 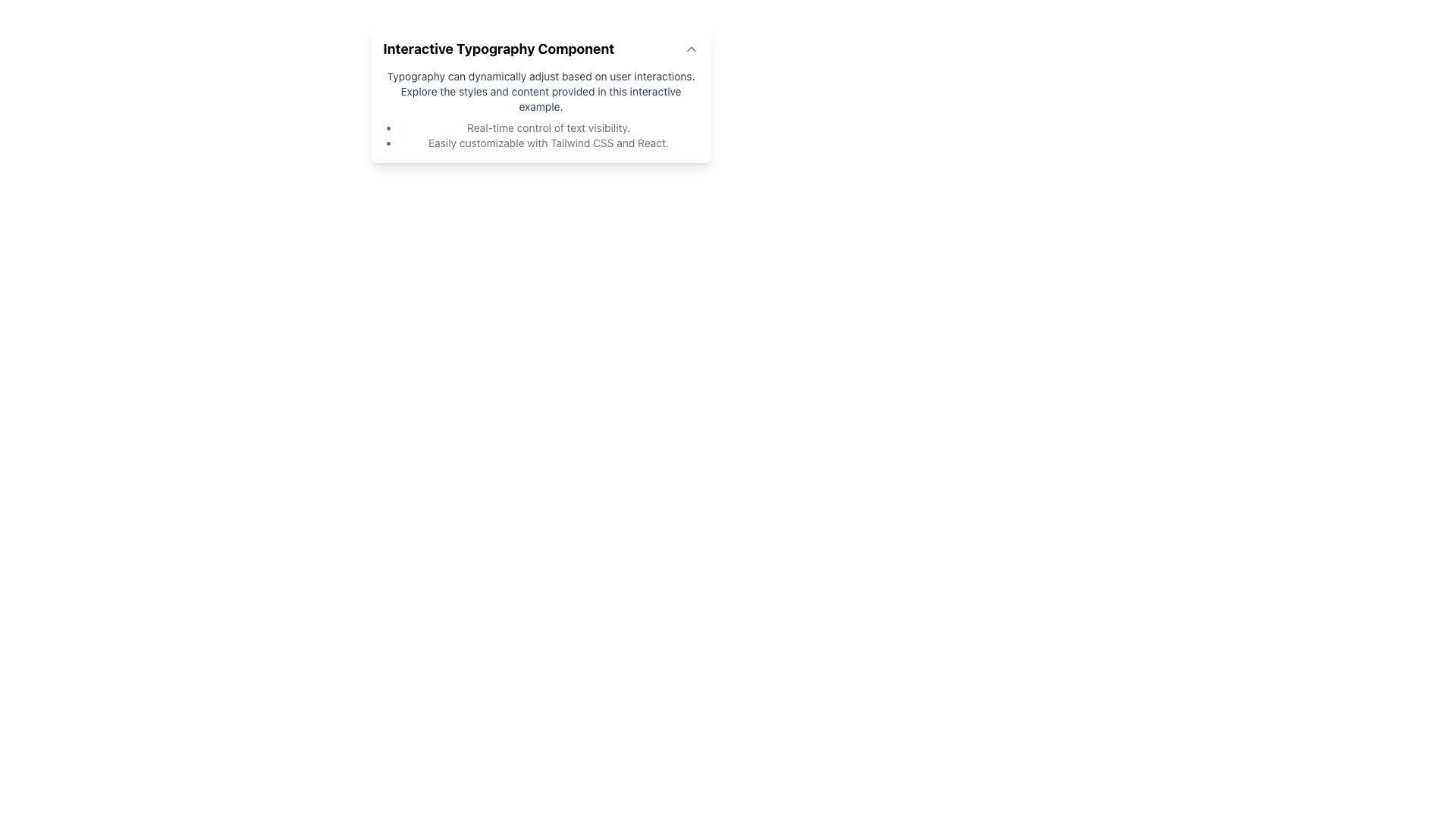 What do you see at coordinates (548, 143) in the screenshot?
I see `text element that contains the content 'Easily customizable with Tailwind CSS and React.' which is the second item in a bulleted list` at bounding box center [548, 143].